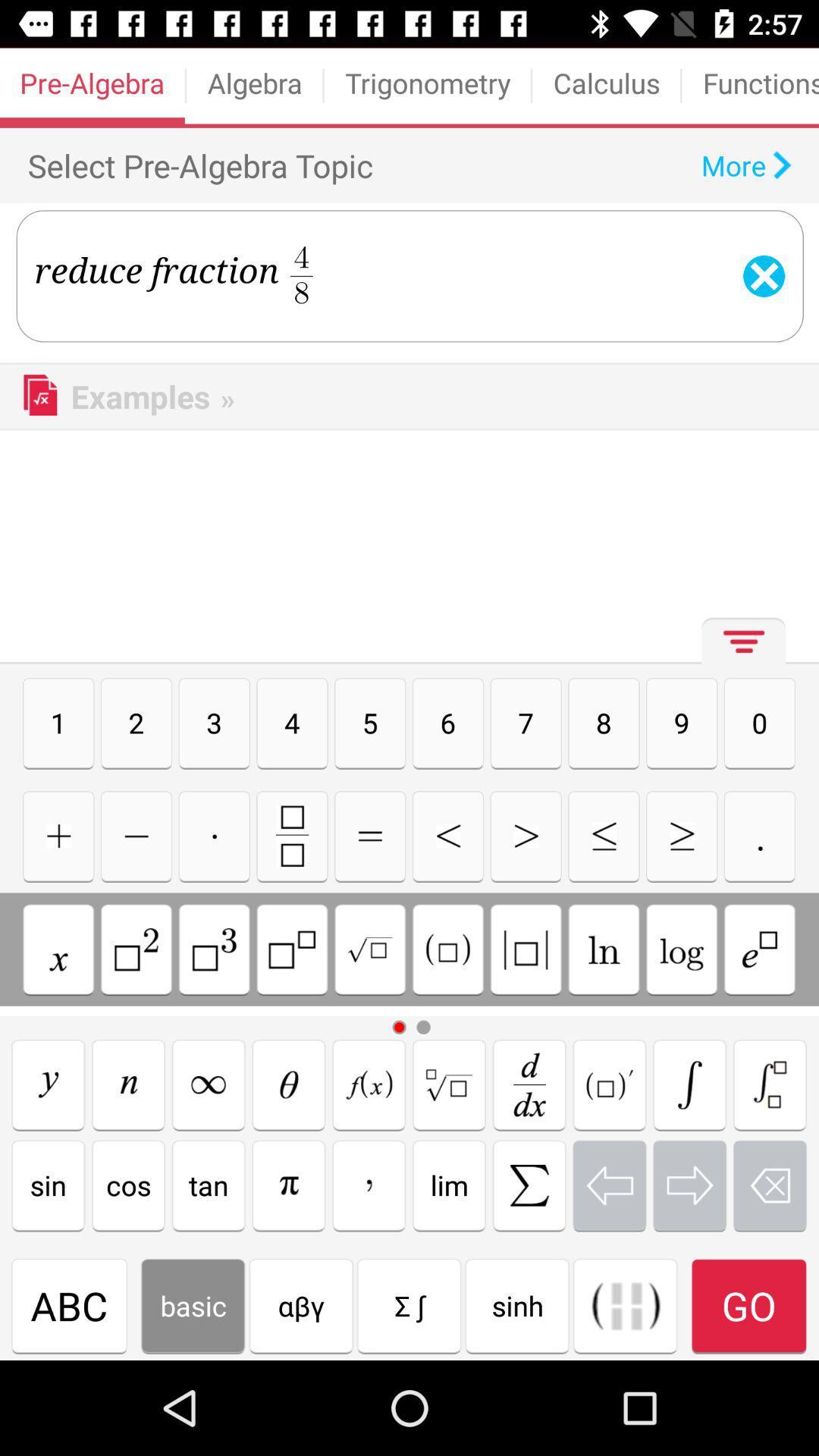 The width and height of the screenshot is (819, 1456). I want to click on menu, so click(739, 647).